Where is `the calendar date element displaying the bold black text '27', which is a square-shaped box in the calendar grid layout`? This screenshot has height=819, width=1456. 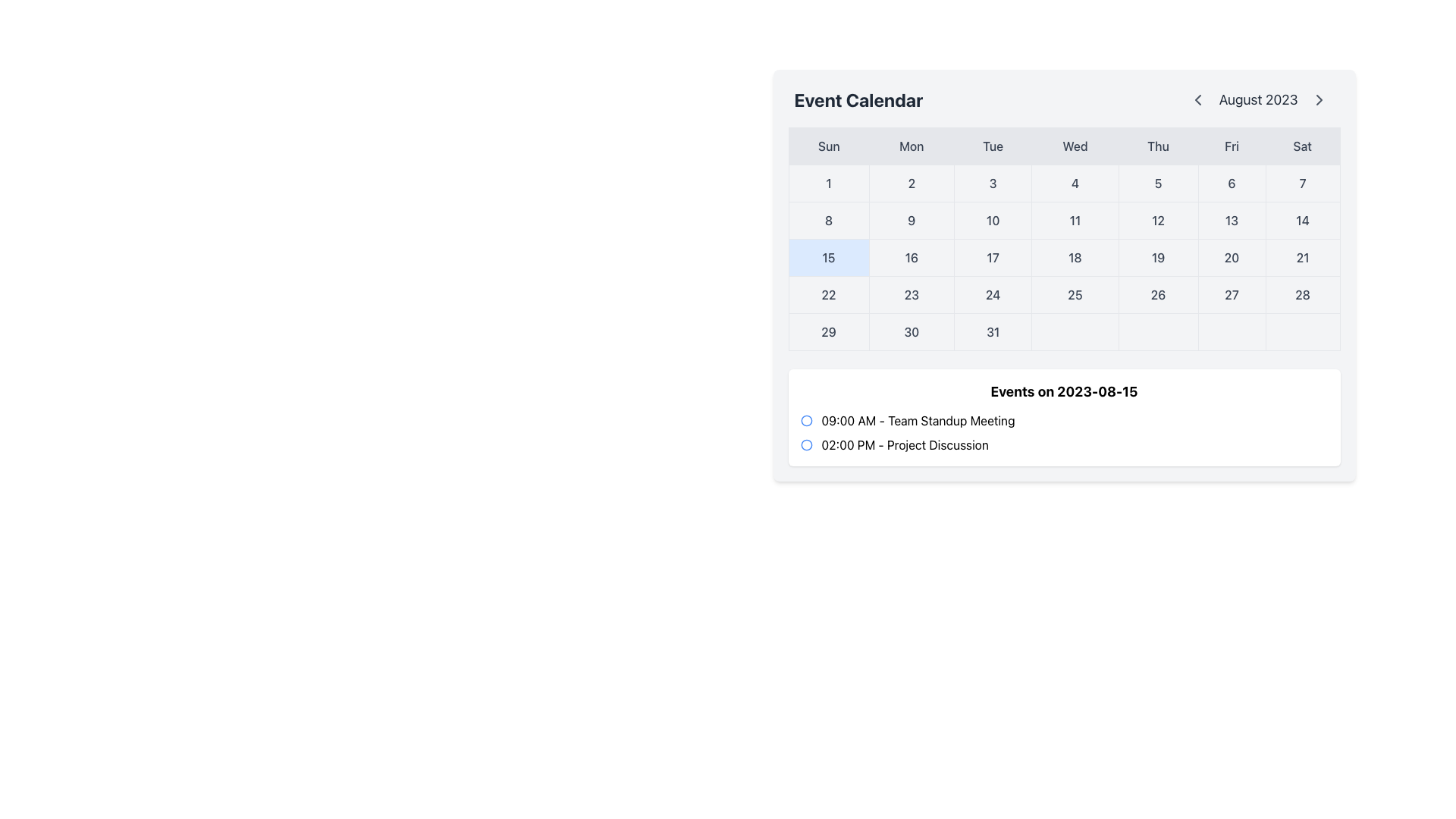
the calendar date element displaying the bold black text '27', which is a square-shaped box in the calendar grid layout is located at coordinates (1232, 295).